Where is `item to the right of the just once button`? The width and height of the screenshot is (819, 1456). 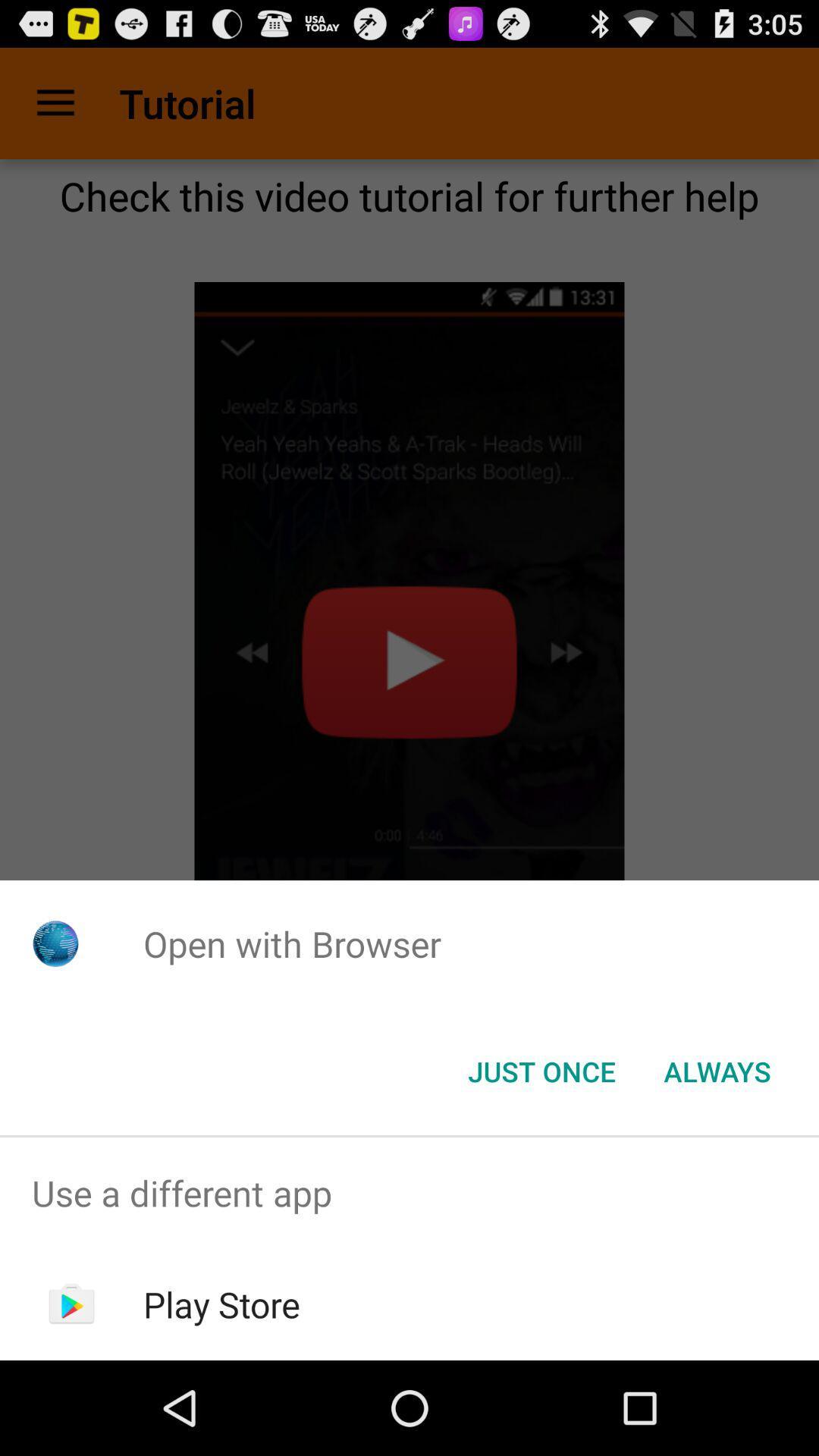
item to the right of the just once button is located at coordinates (717, 1070).